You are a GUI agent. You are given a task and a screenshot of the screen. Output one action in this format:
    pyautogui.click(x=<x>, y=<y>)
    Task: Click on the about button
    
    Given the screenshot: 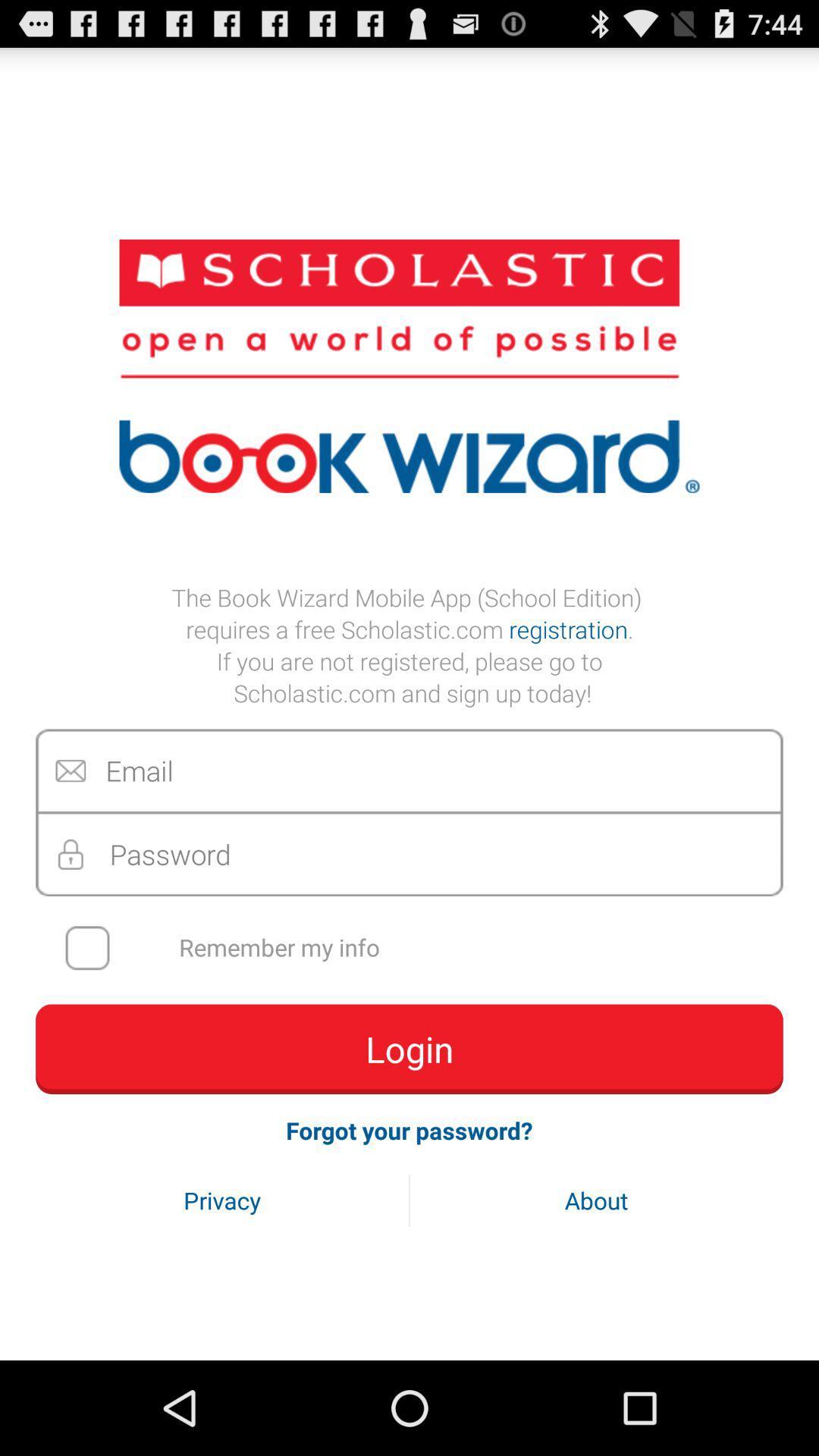 What is the action you would take?
    pyautogui.click(x=595, y=1200)
    